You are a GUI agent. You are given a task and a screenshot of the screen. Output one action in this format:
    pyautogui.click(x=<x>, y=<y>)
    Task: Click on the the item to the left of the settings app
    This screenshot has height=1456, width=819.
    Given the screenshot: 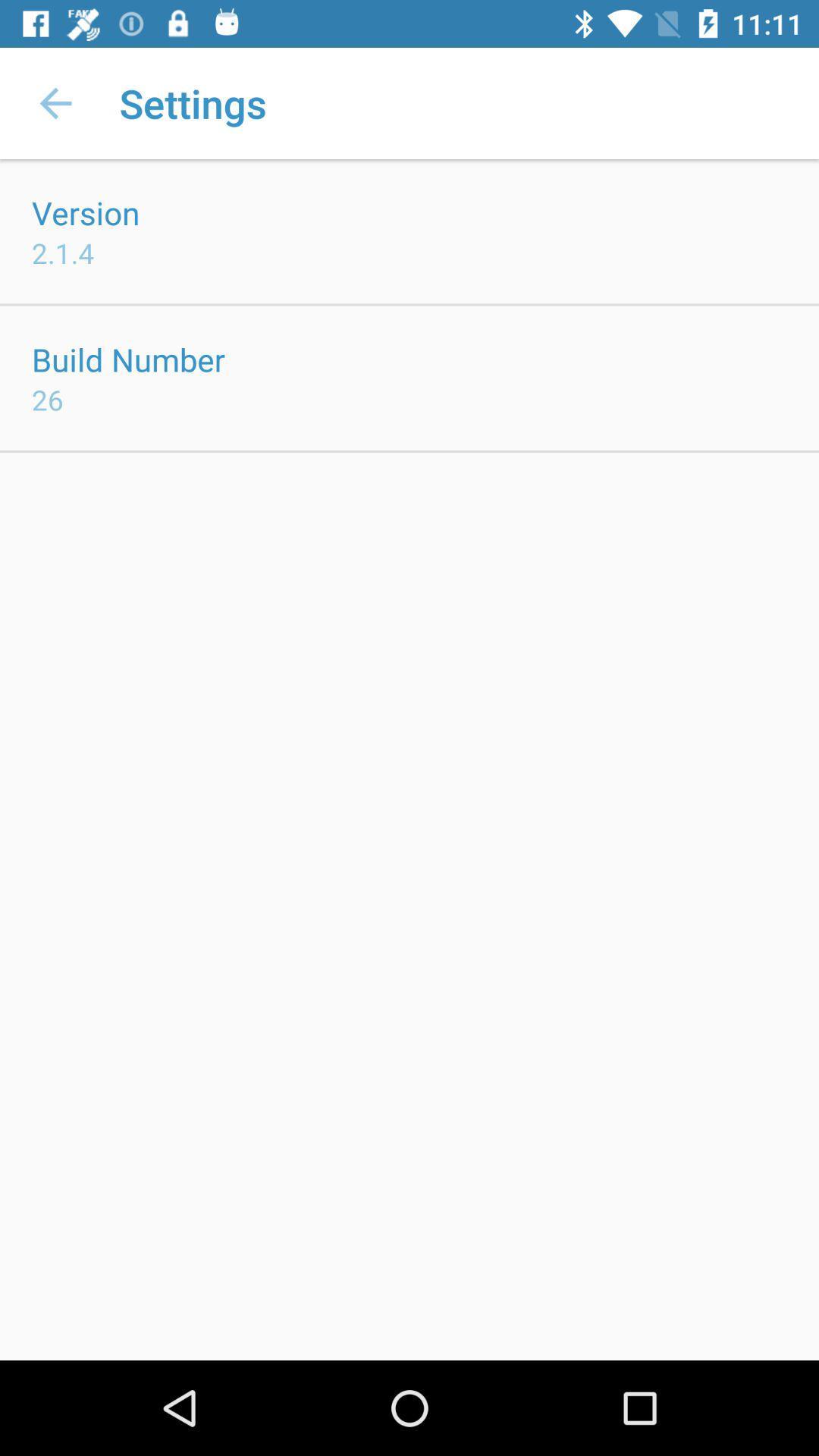 What is the action you would take?
    pyautogui.click(x=55, y=102)
    